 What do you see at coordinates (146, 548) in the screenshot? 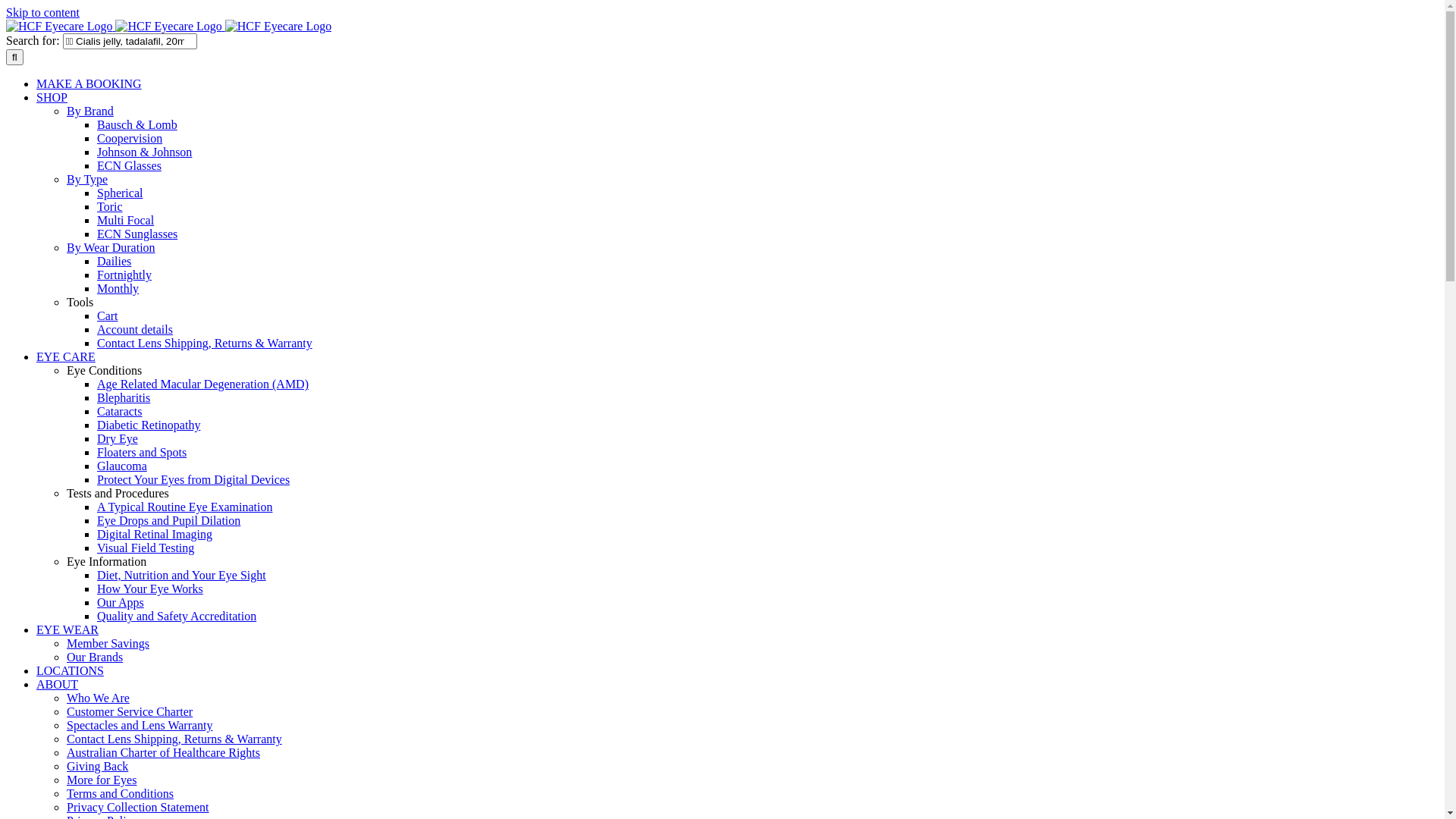
I see `'Visual Field Testing'` at bounding box center [146, 548].